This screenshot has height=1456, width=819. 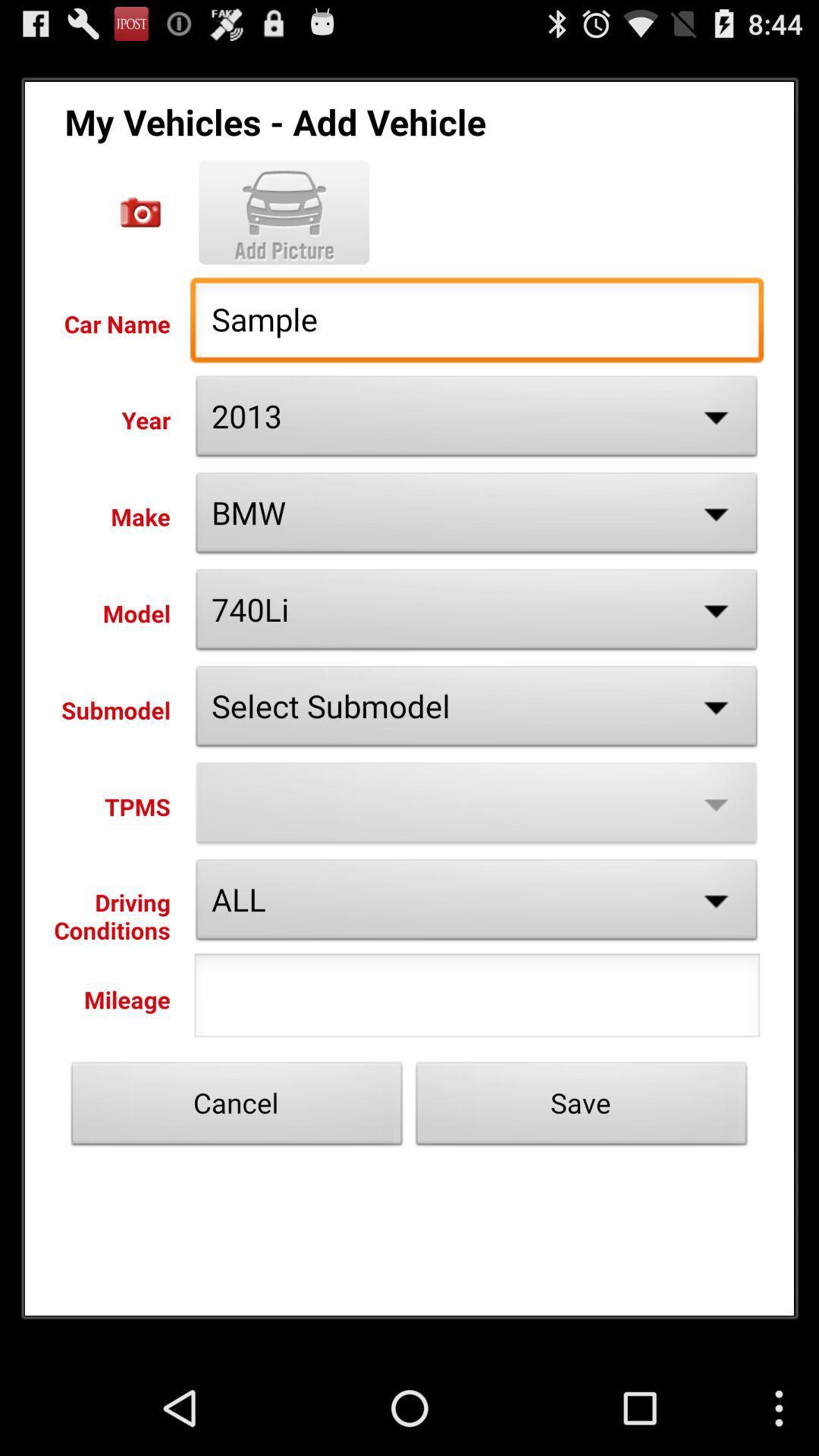 What do you see at coordinates (140, 212) in the screenshot?
I see `car name` at bounding box center [140, 212].